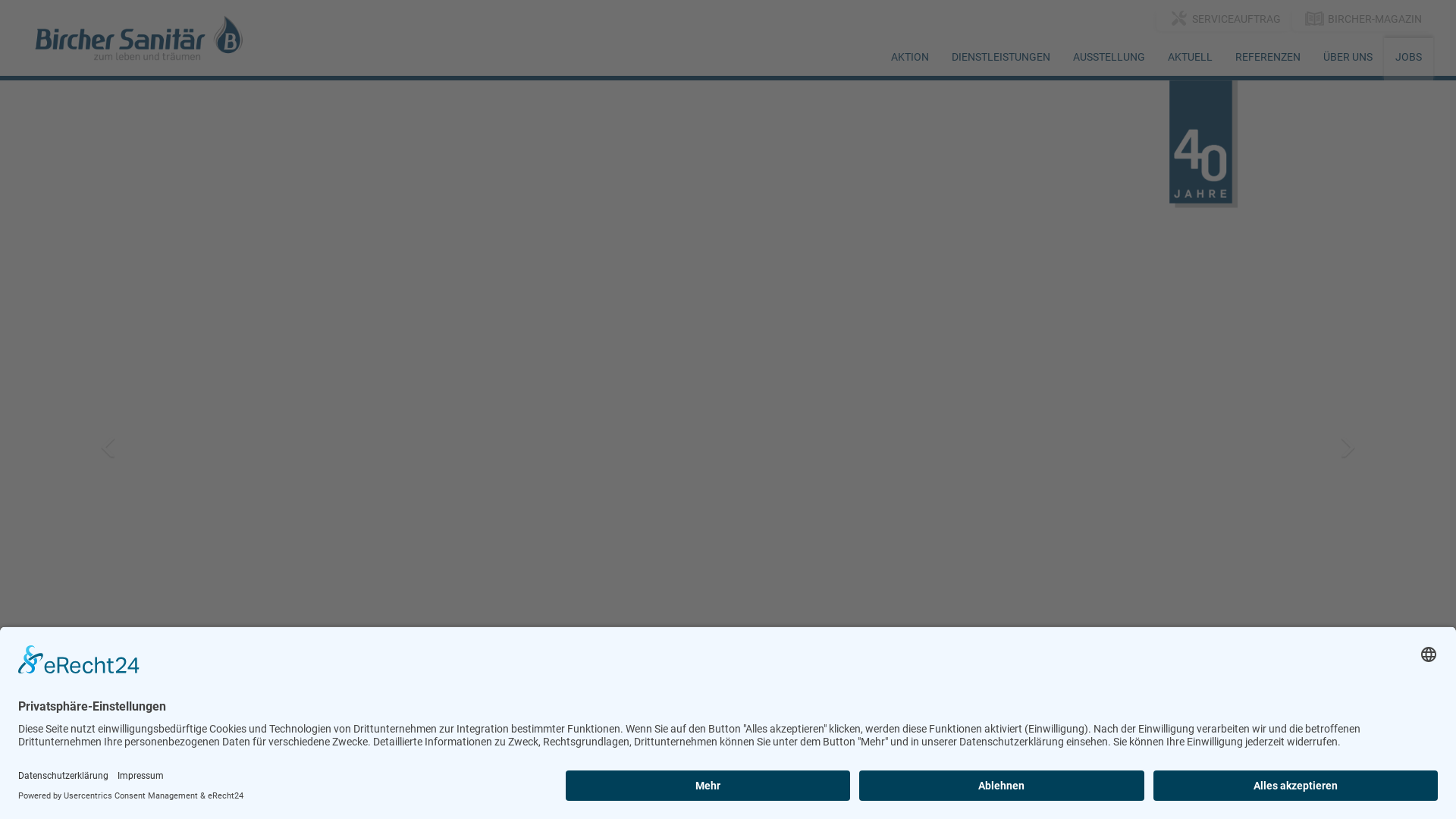 This screenshot has width=1456, height=819. I want to click on 'REFERENZEN', so click(1267, 55).